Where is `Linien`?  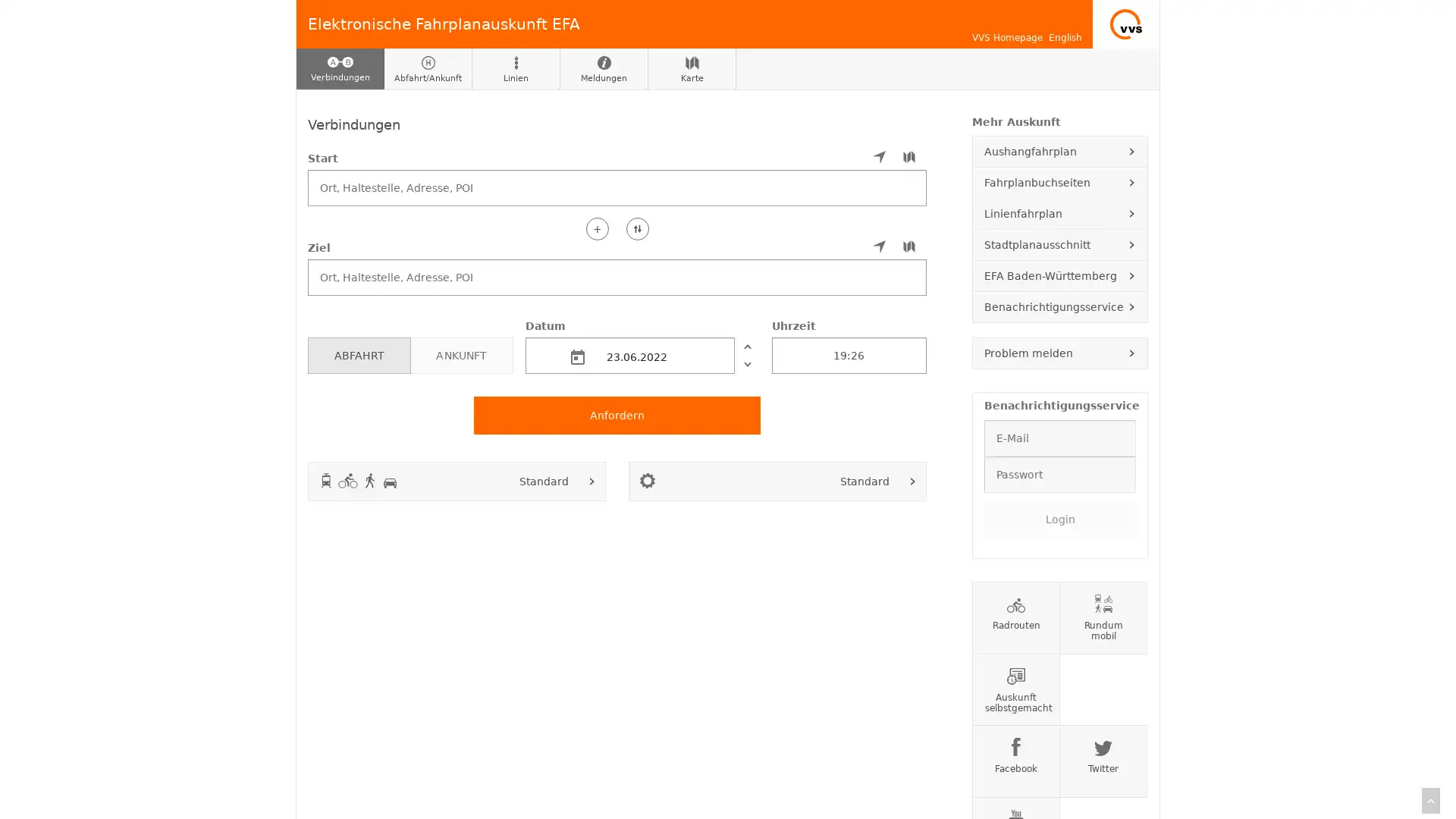 Linien is located at coordinates (516, 69).